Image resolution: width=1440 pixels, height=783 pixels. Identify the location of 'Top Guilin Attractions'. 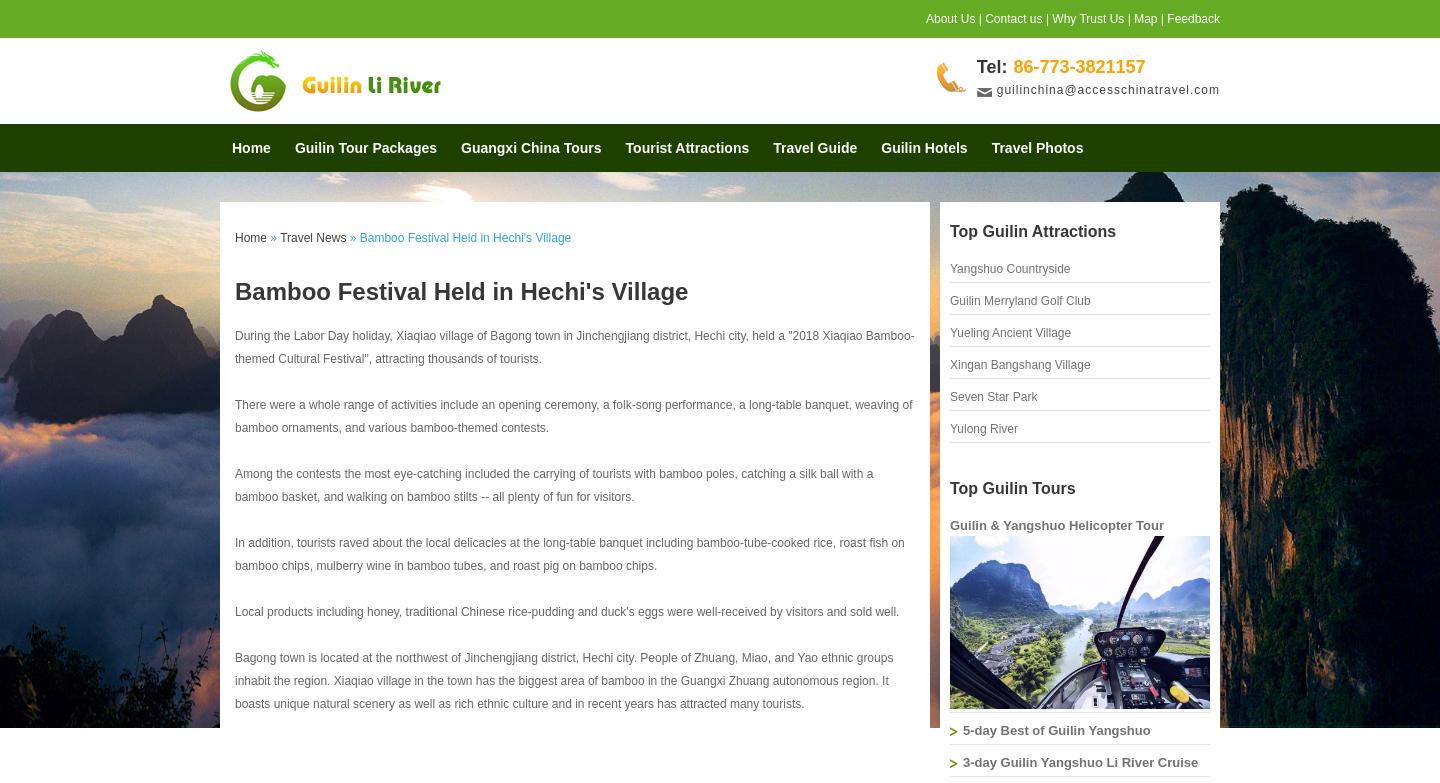
(1033, 231).